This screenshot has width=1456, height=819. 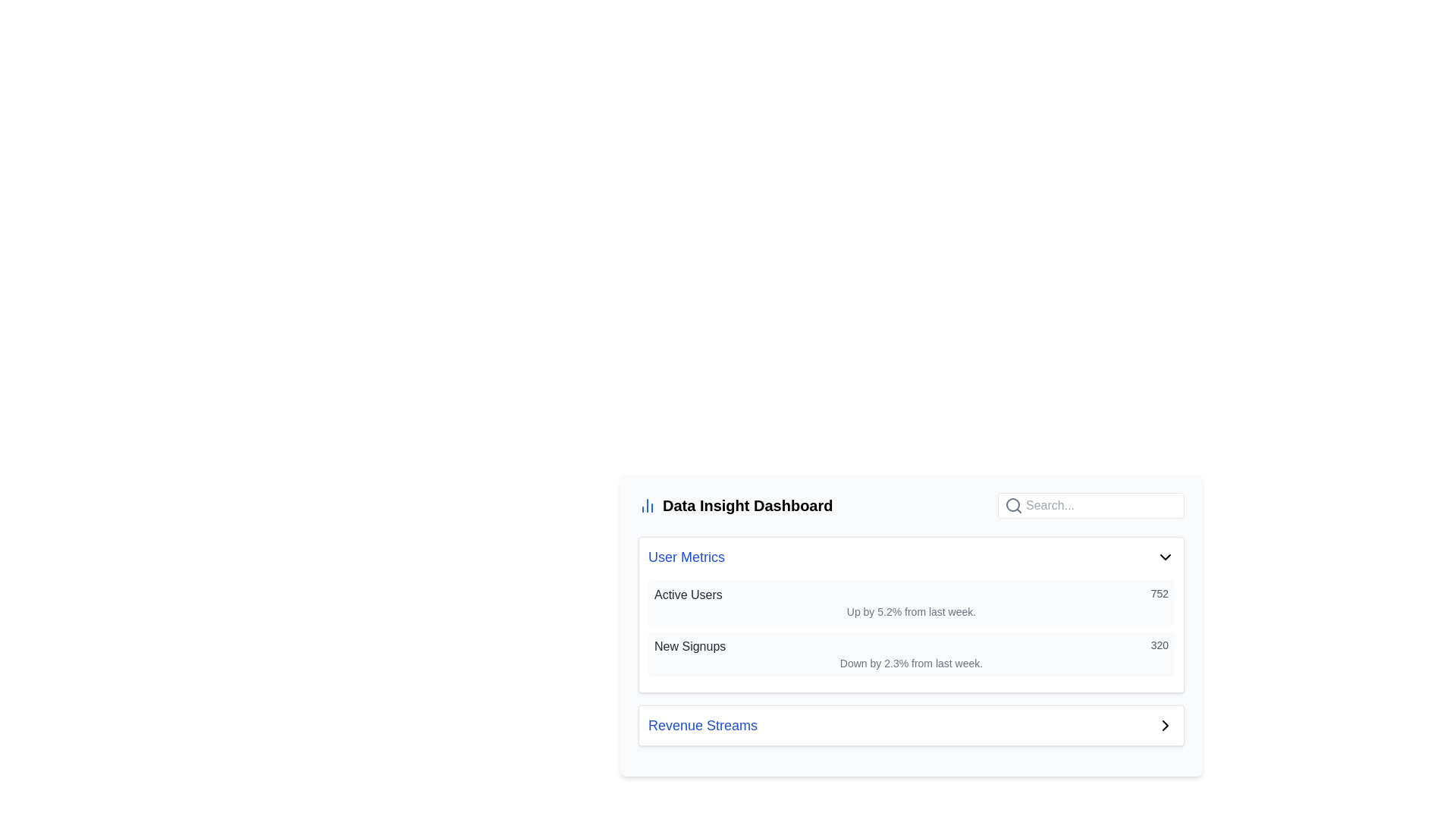 What do you see at coordinates (736, 506) in the screenshot?
I see `text of the 'Data Insight Dashboard' label with a blue bar chart icon, located in the upper left of the content section` at bounding box center [736, 506].